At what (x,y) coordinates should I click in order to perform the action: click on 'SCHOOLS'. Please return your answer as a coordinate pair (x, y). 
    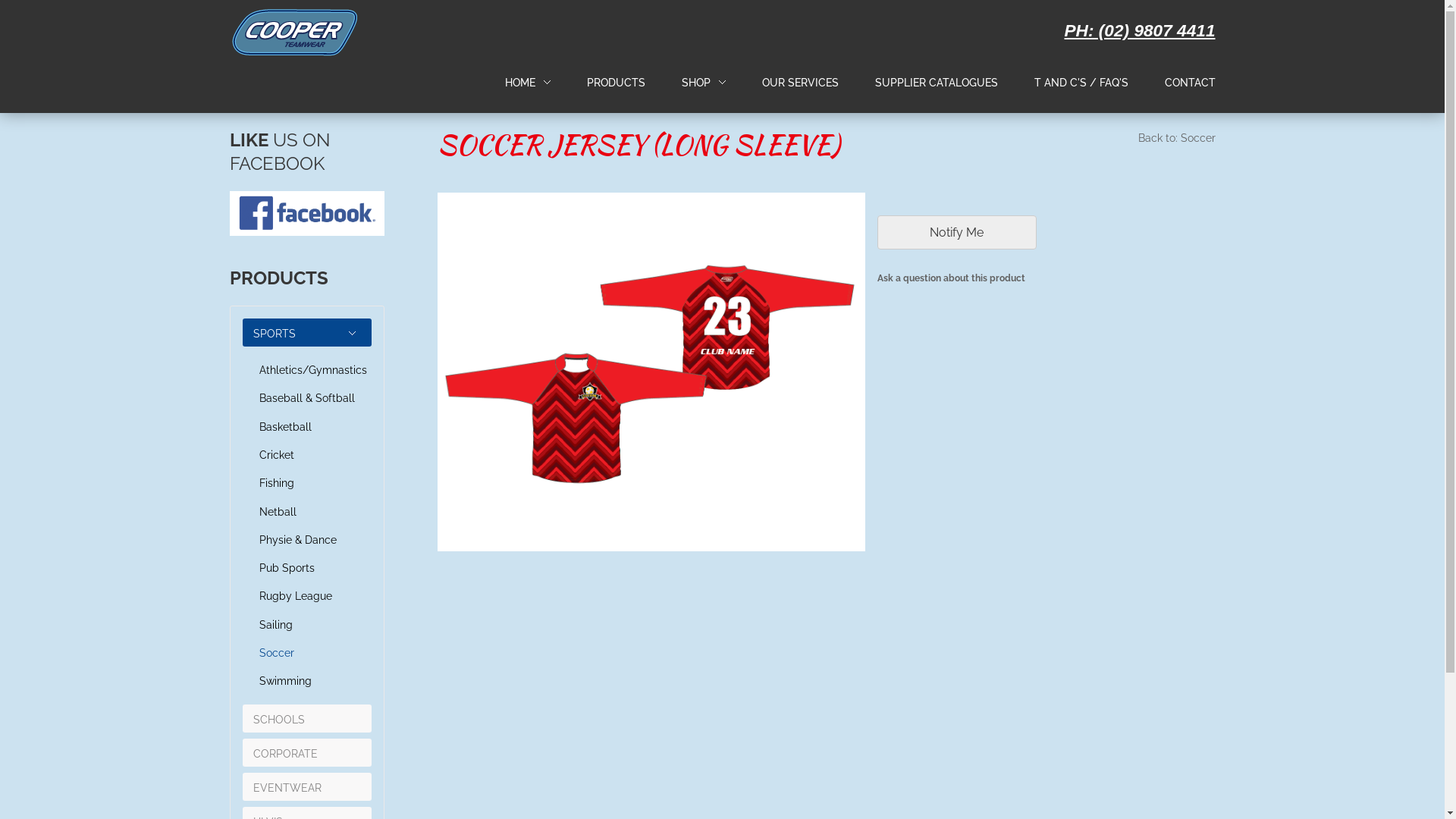
    Looking at the image, I should click on (279, 718).